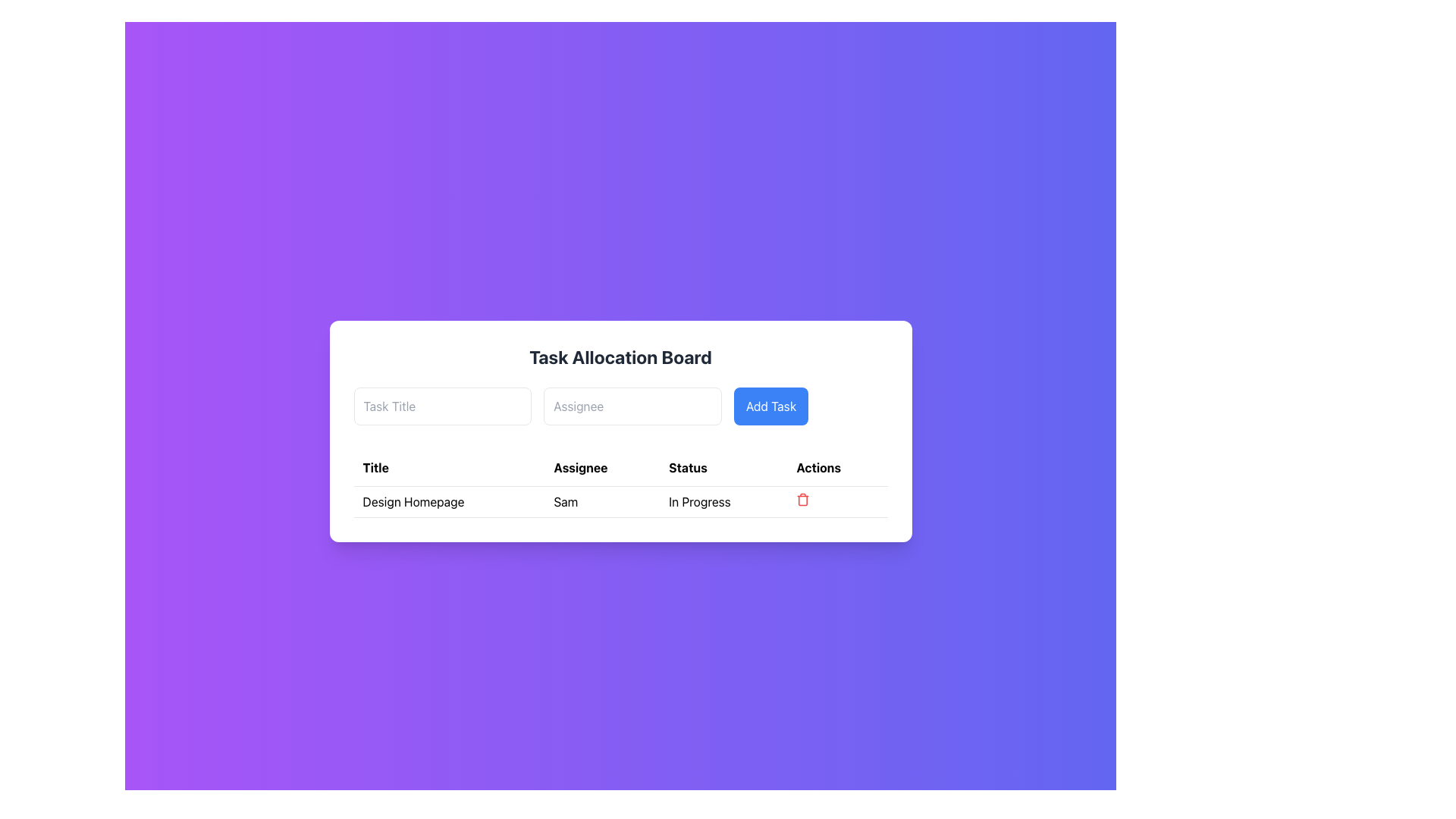  I want to click on the table header labeled 'Actions', which is positioned at the top of the last column in the task allocation table, so click(836, 467).